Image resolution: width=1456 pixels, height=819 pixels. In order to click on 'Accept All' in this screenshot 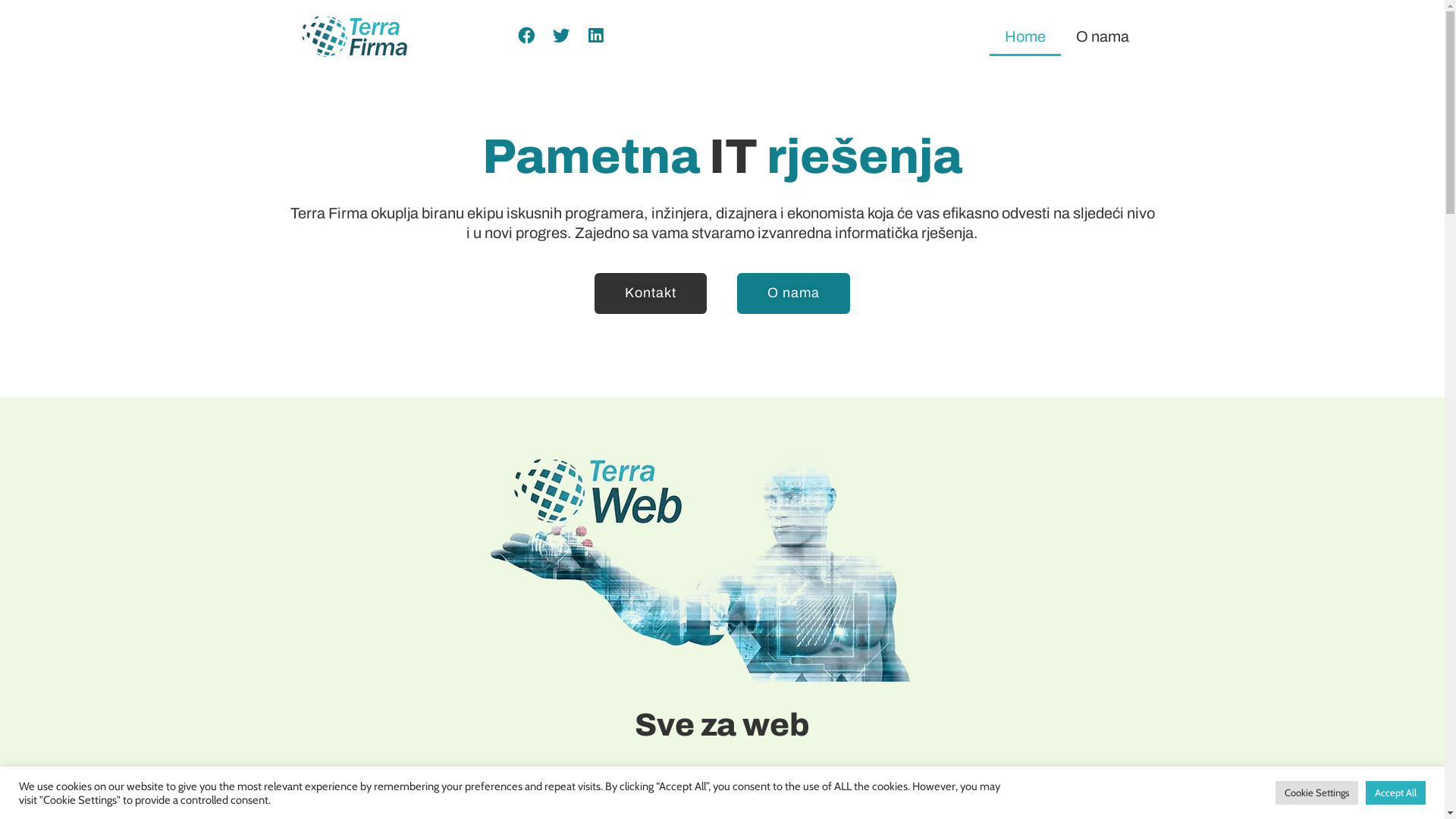, I will do `click(1395, 792)`.